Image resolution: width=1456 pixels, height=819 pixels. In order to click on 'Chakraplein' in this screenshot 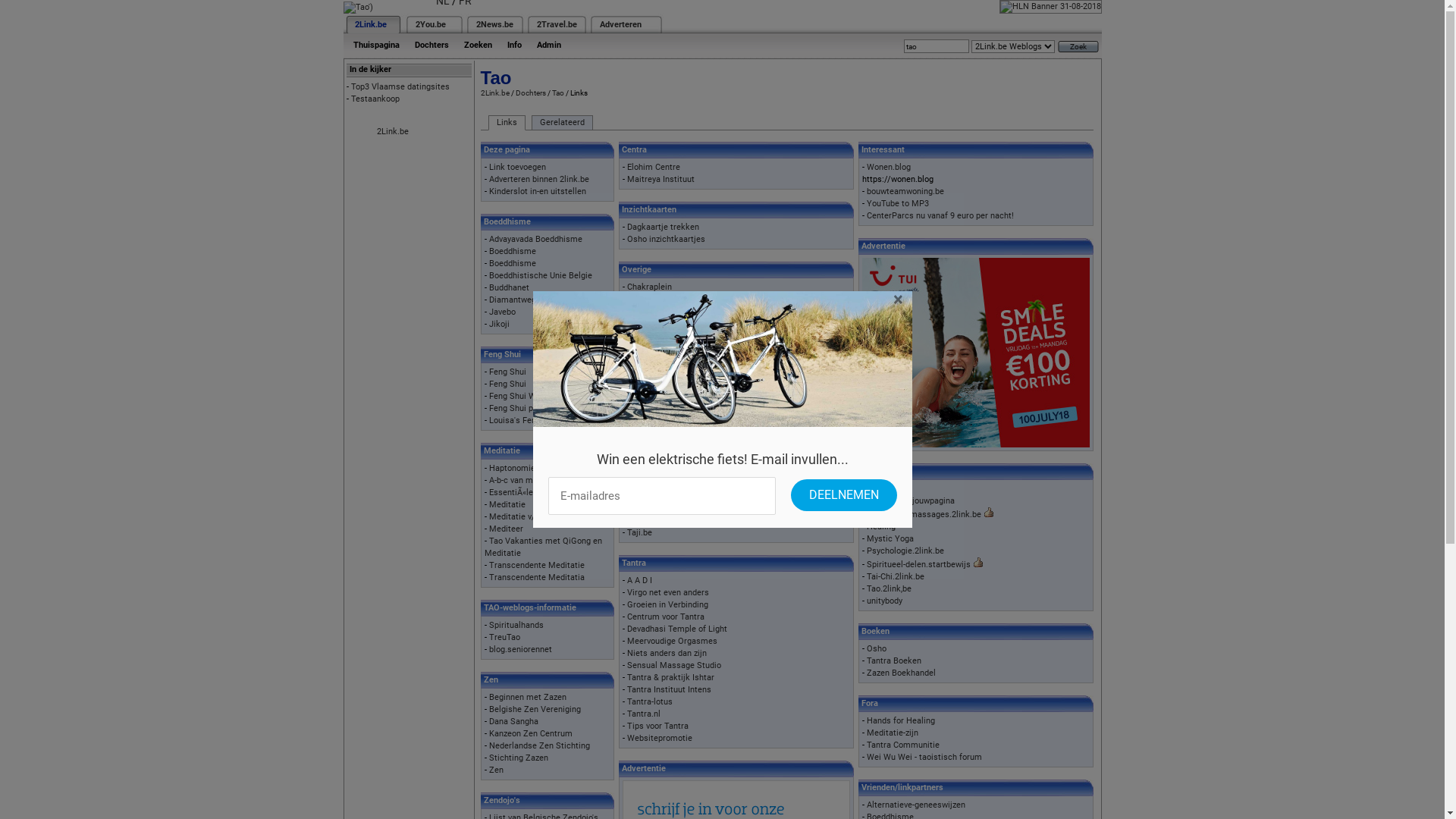, I will do `click(648, 287)`.